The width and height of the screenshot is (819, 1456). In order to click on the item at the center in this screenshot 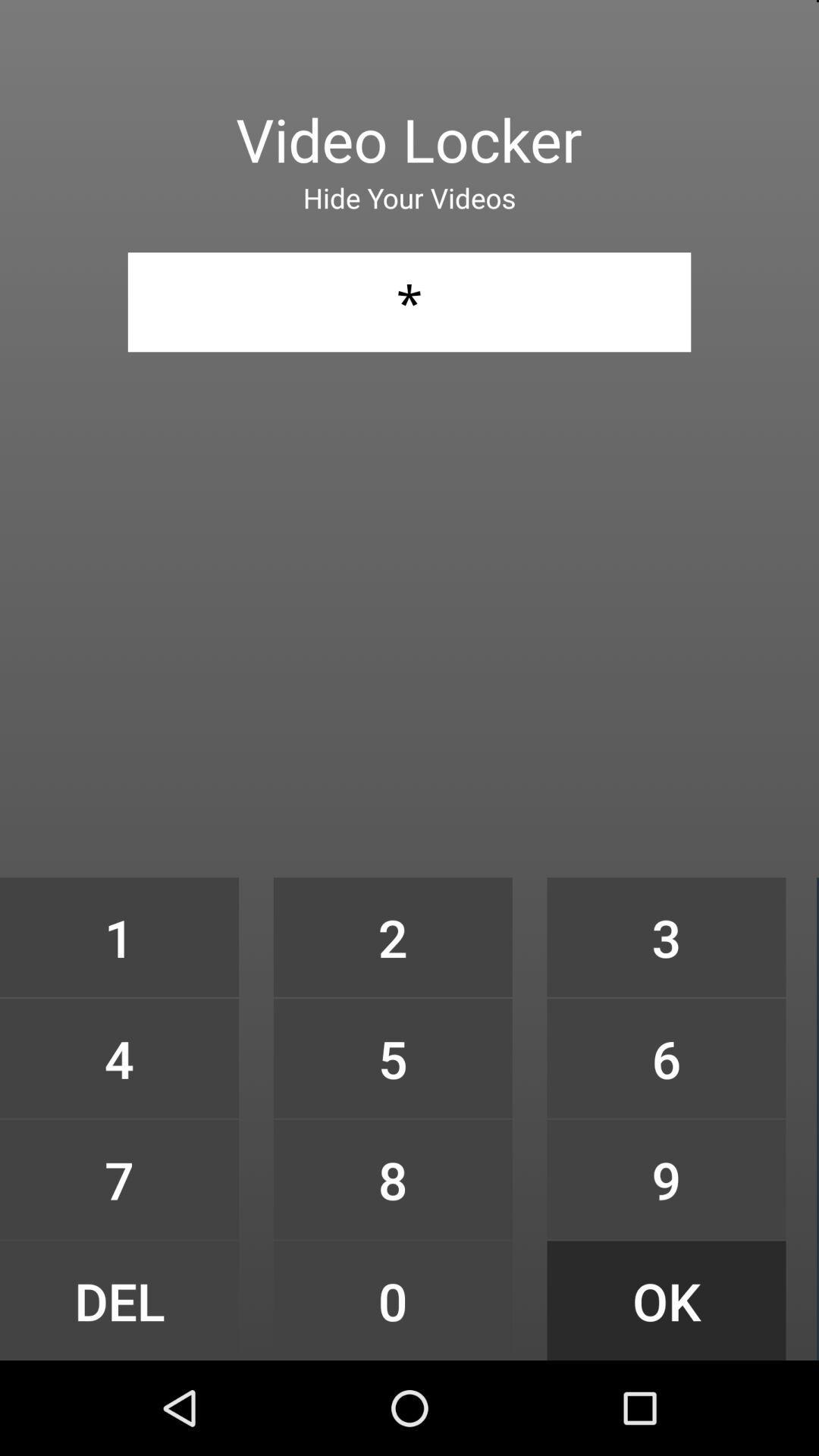, I will do `click(392, 937)`.